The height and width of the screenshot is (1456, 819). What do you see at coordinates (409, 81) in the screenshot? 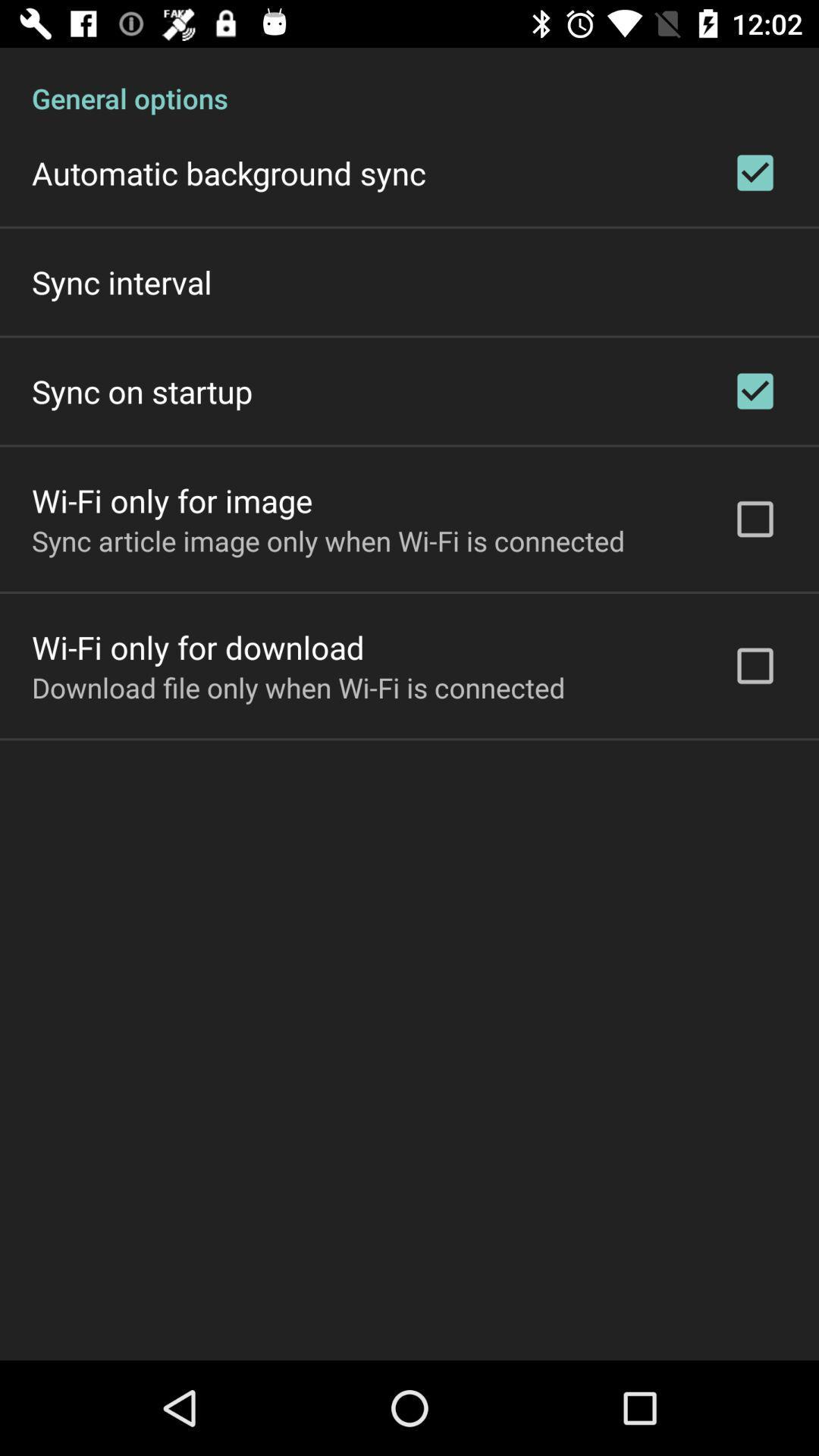
I see `the general options item` at bounding box center [409, 81].